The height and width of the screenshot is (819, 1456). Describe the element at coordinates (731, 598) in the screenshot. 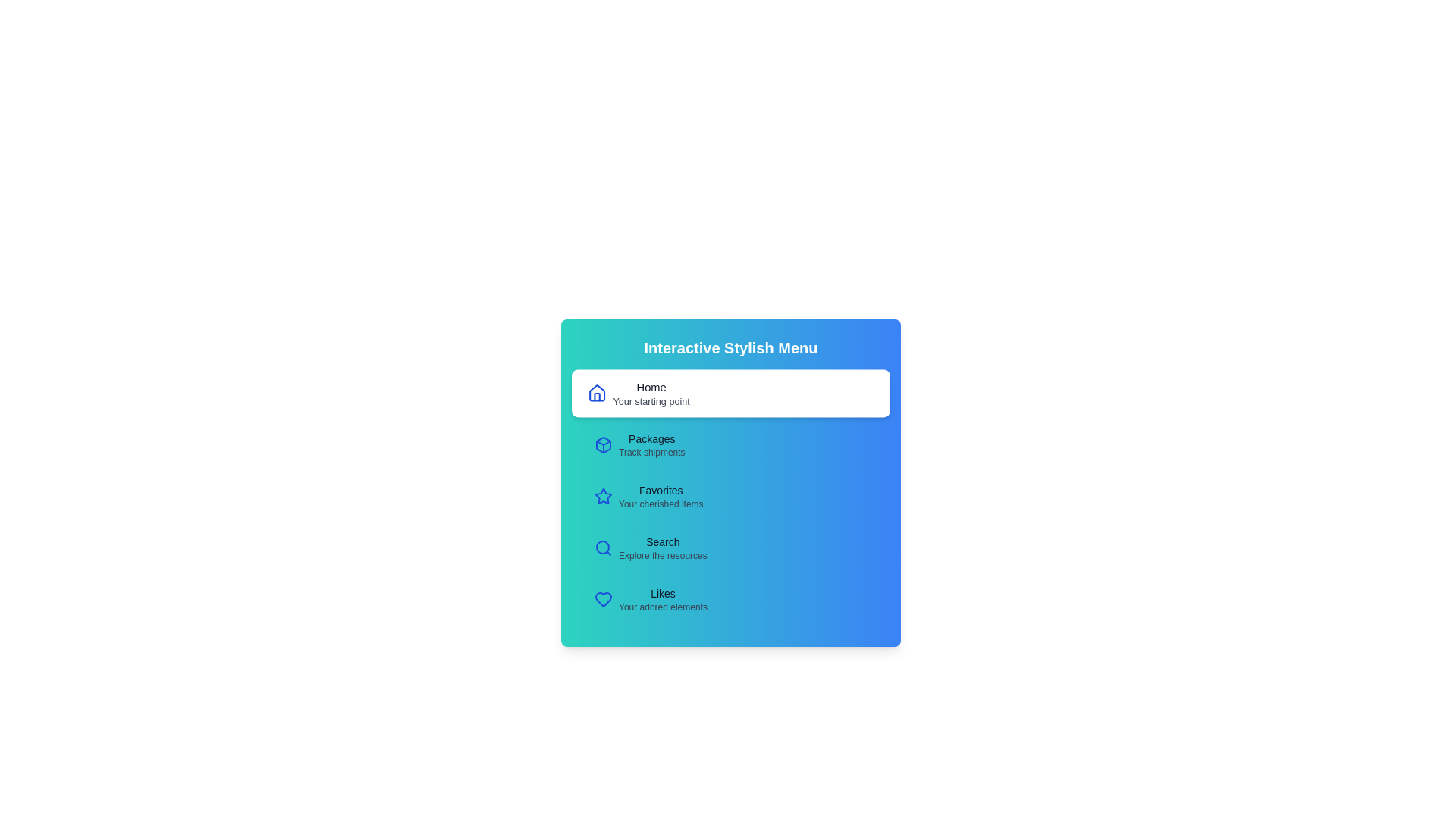

I see `the menu item corresponding to Likes` at that location.